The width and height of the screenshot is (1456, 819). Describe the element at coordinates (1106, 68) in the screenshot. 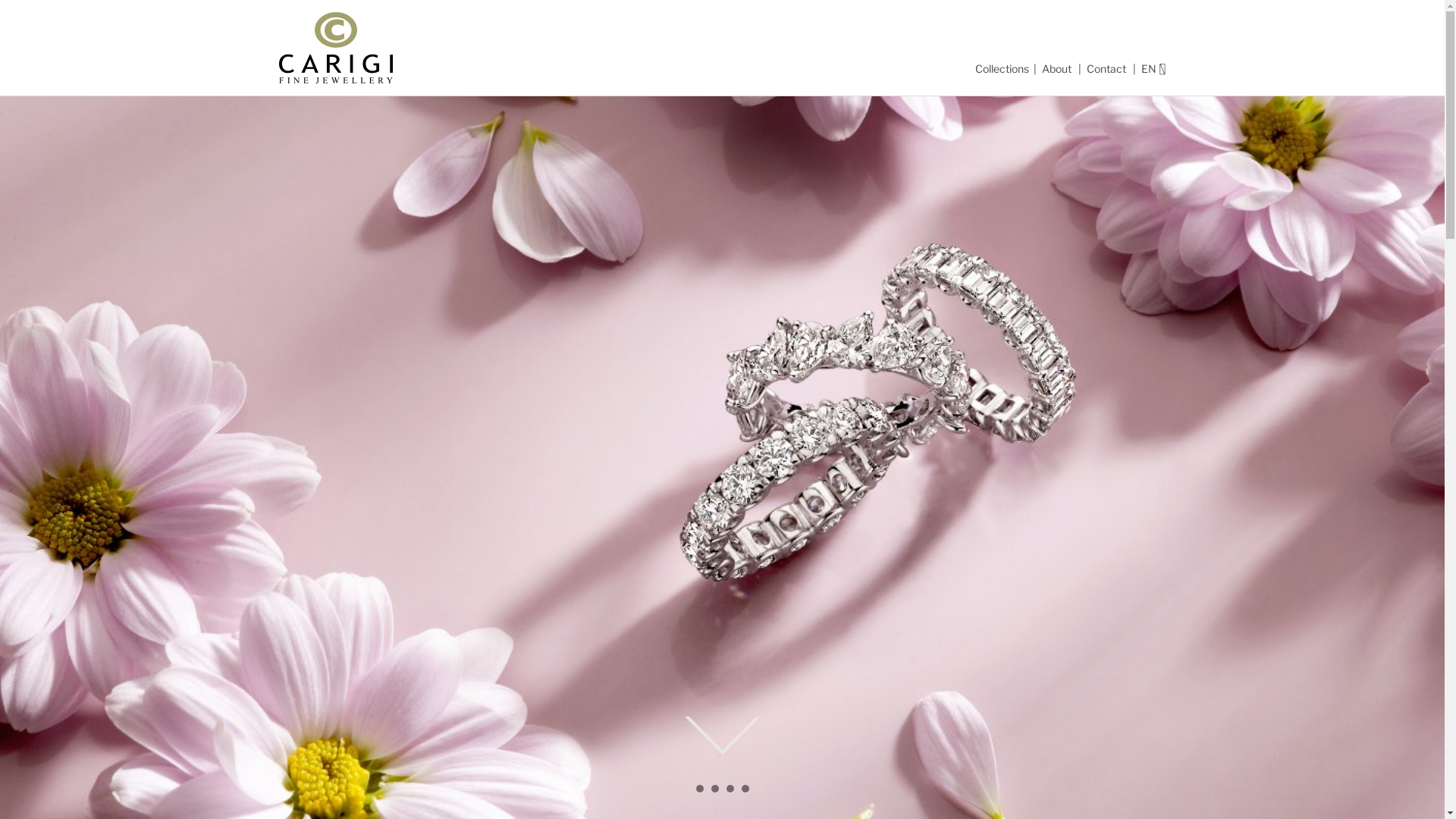

I see `'Contact'` at that location.